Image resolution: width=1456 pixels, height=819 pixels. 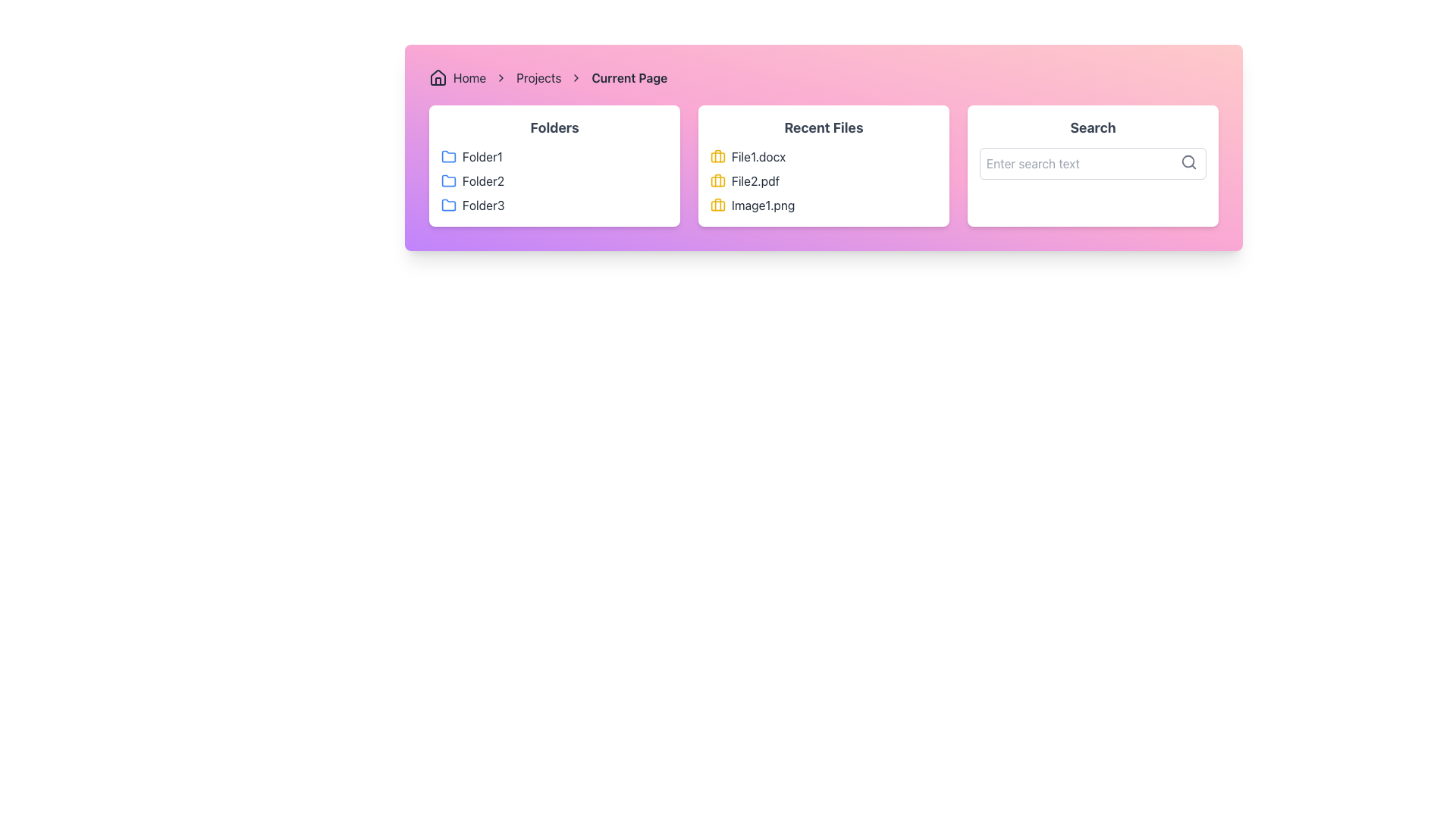 What do you see at coordinates (447, 205) in the screenshot?
I see `the third folder icon under the 'Folders' heading in the top section of the interface` at bounding box center [447, 205].